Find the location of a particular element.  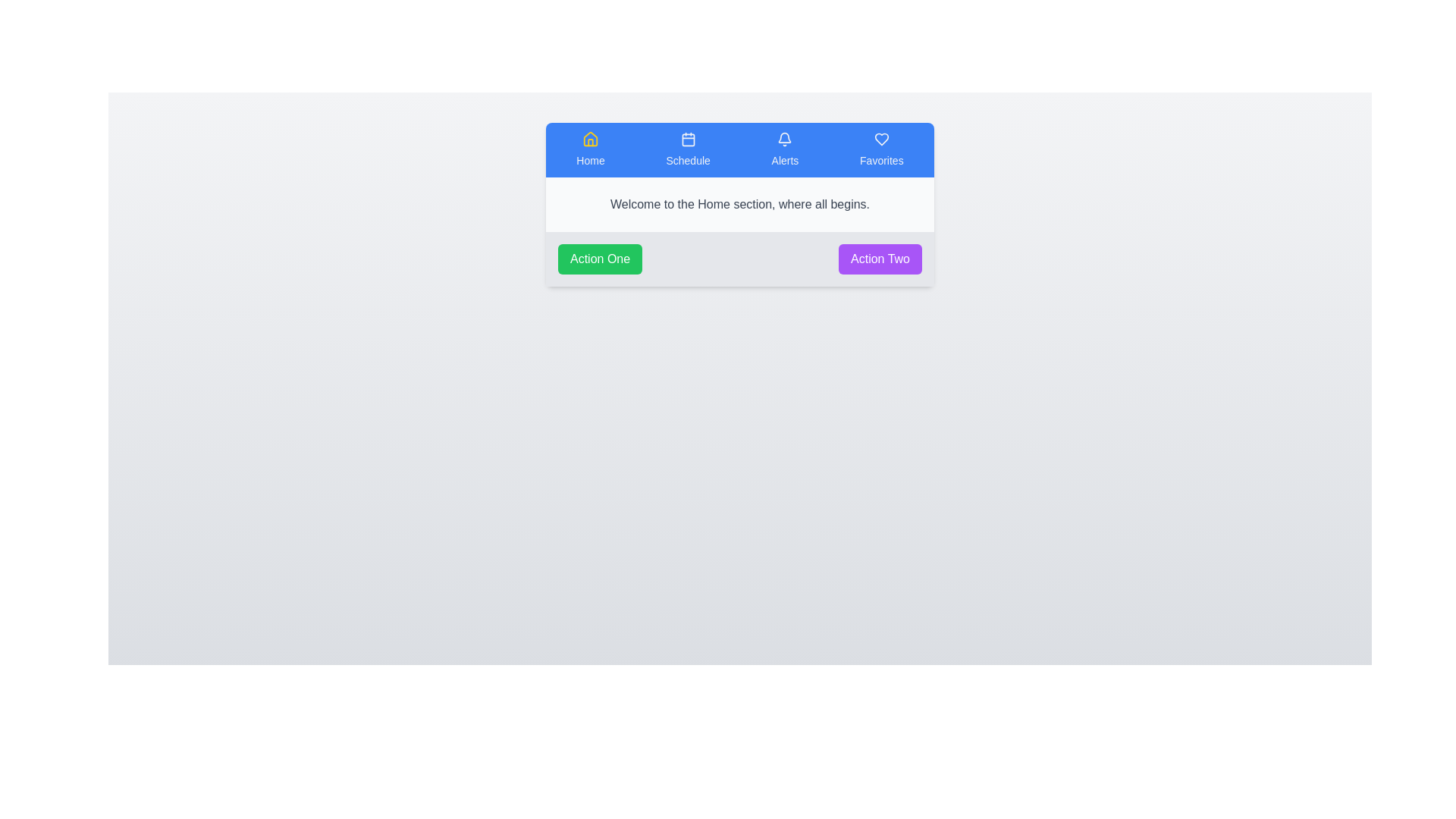

the text displayed in the active tab is located at coordinates (546, 177).